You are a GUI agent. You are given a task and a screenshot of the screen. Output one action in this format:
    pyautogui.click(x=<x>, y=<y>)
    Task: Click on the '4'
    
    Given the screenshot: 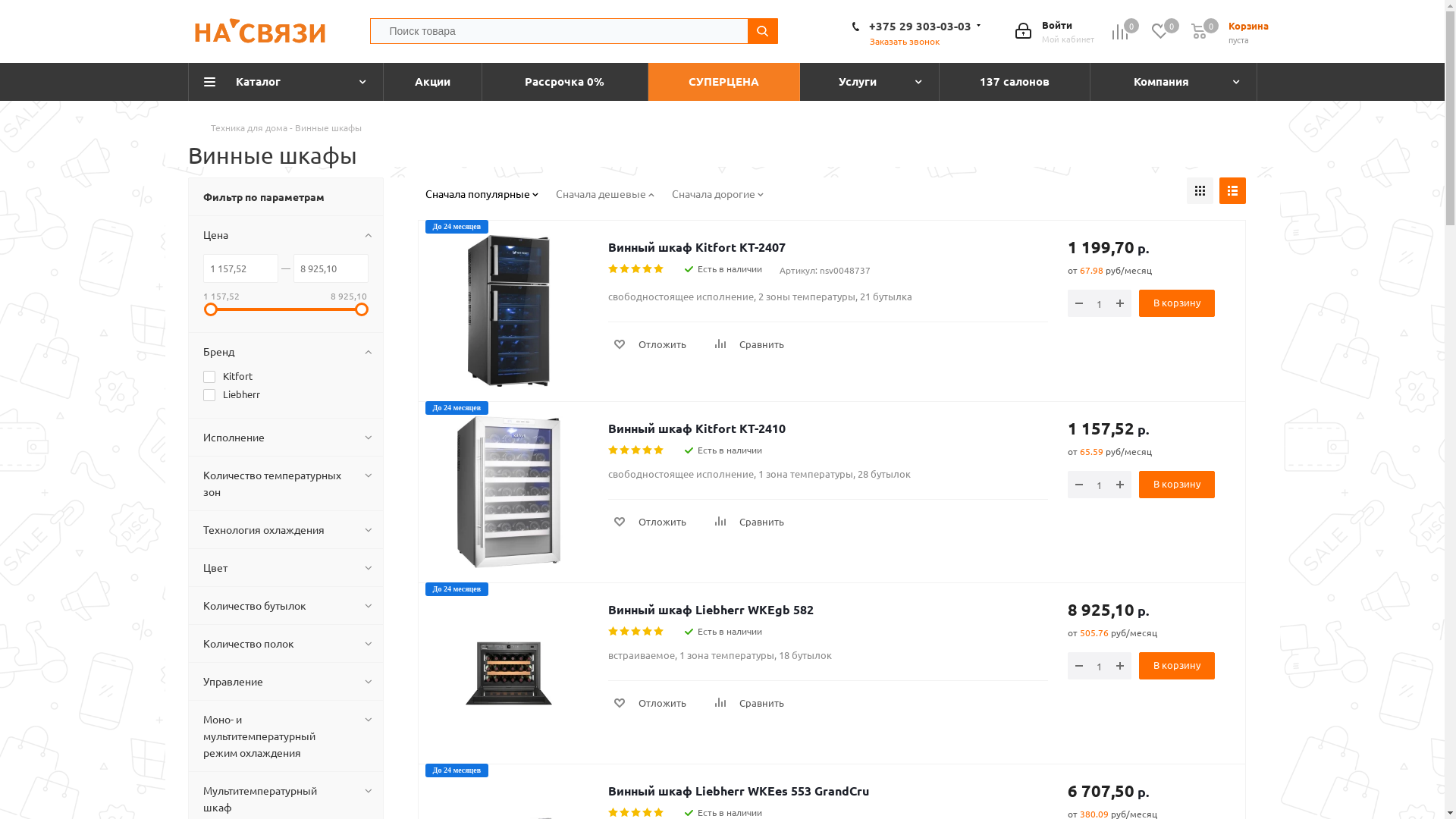 What is the action you would take?
    pyautogui.click(x=647, y=268)
    